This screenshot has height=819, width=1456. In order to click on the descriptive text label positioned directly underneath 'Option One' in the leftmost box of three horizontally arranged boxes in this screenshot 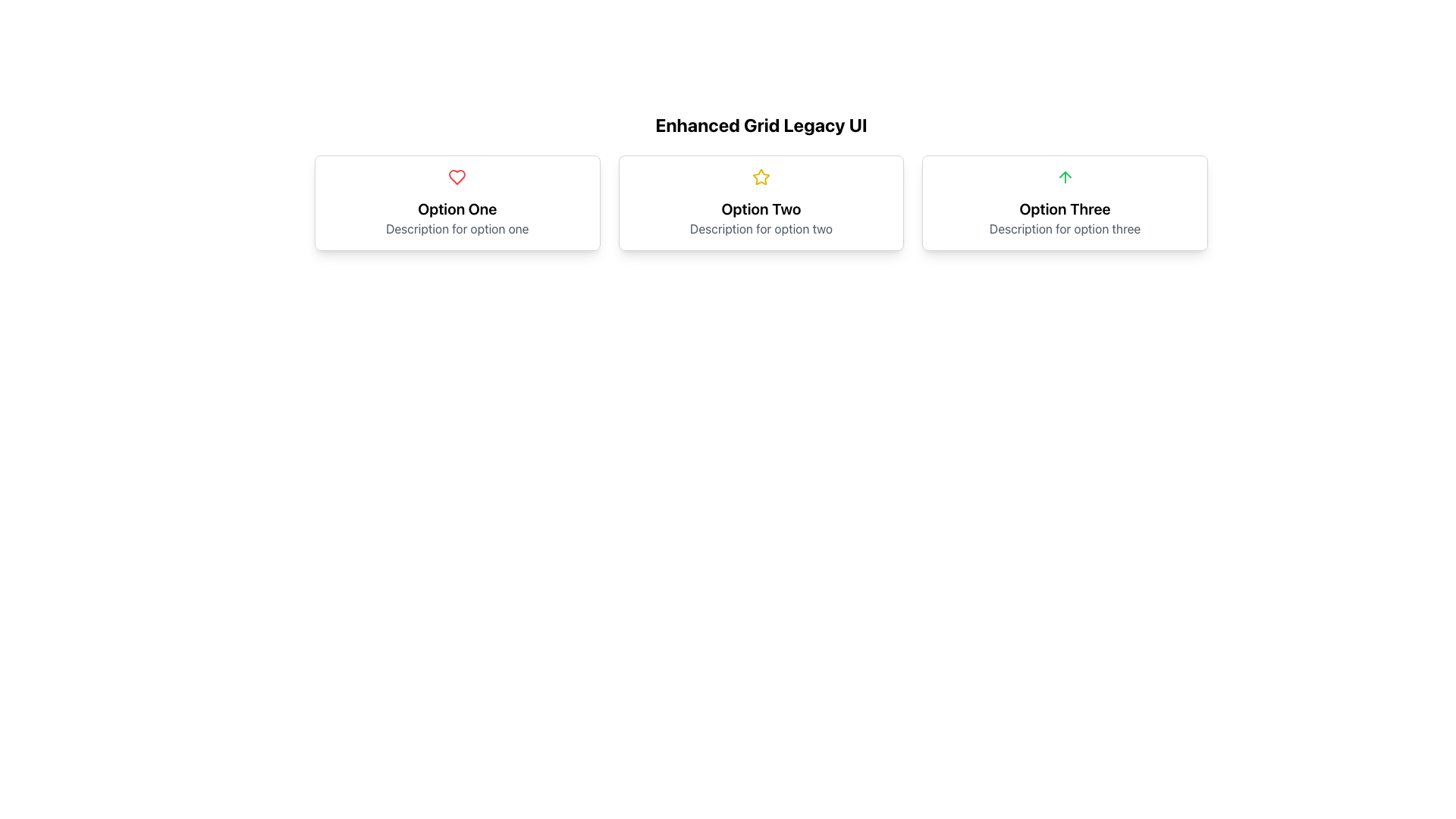, I will do `click(457, 228)`.